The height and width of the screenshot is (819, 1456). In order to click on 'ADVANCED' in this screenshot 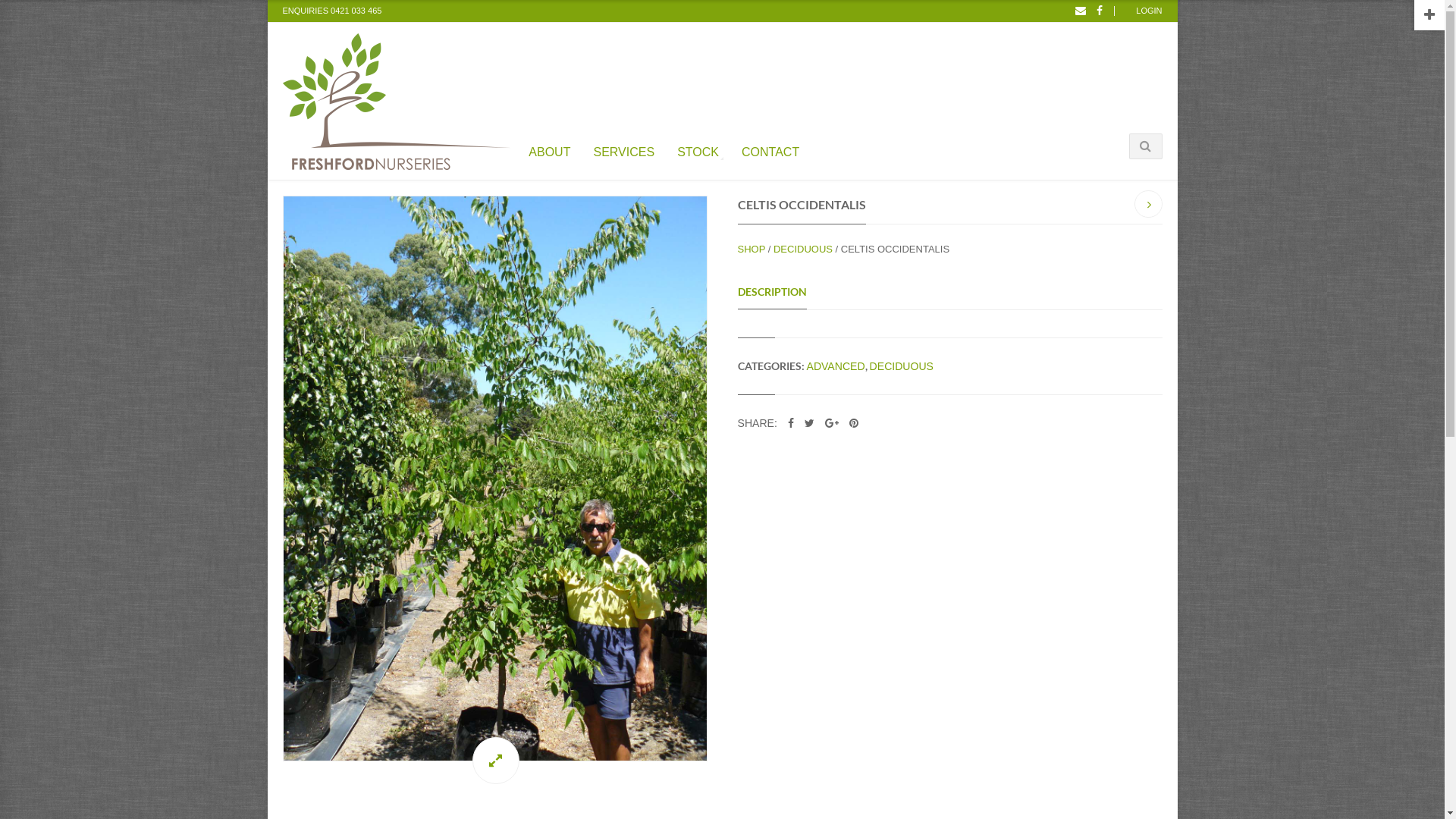, I will do `click(806, 366)`.